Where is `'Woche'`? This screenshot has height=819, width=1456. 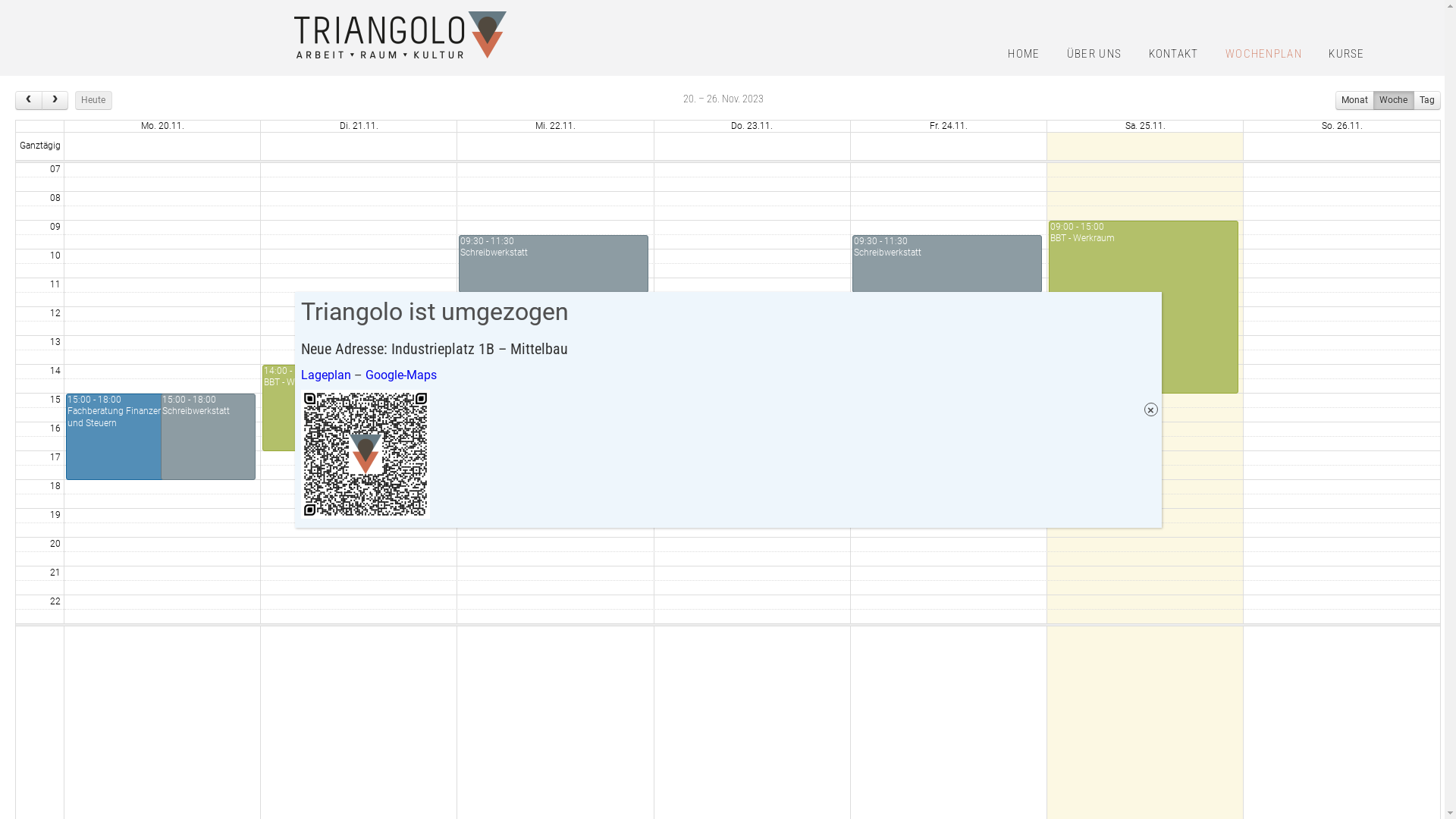
'Woche' is located at coordinates (1393, 100).